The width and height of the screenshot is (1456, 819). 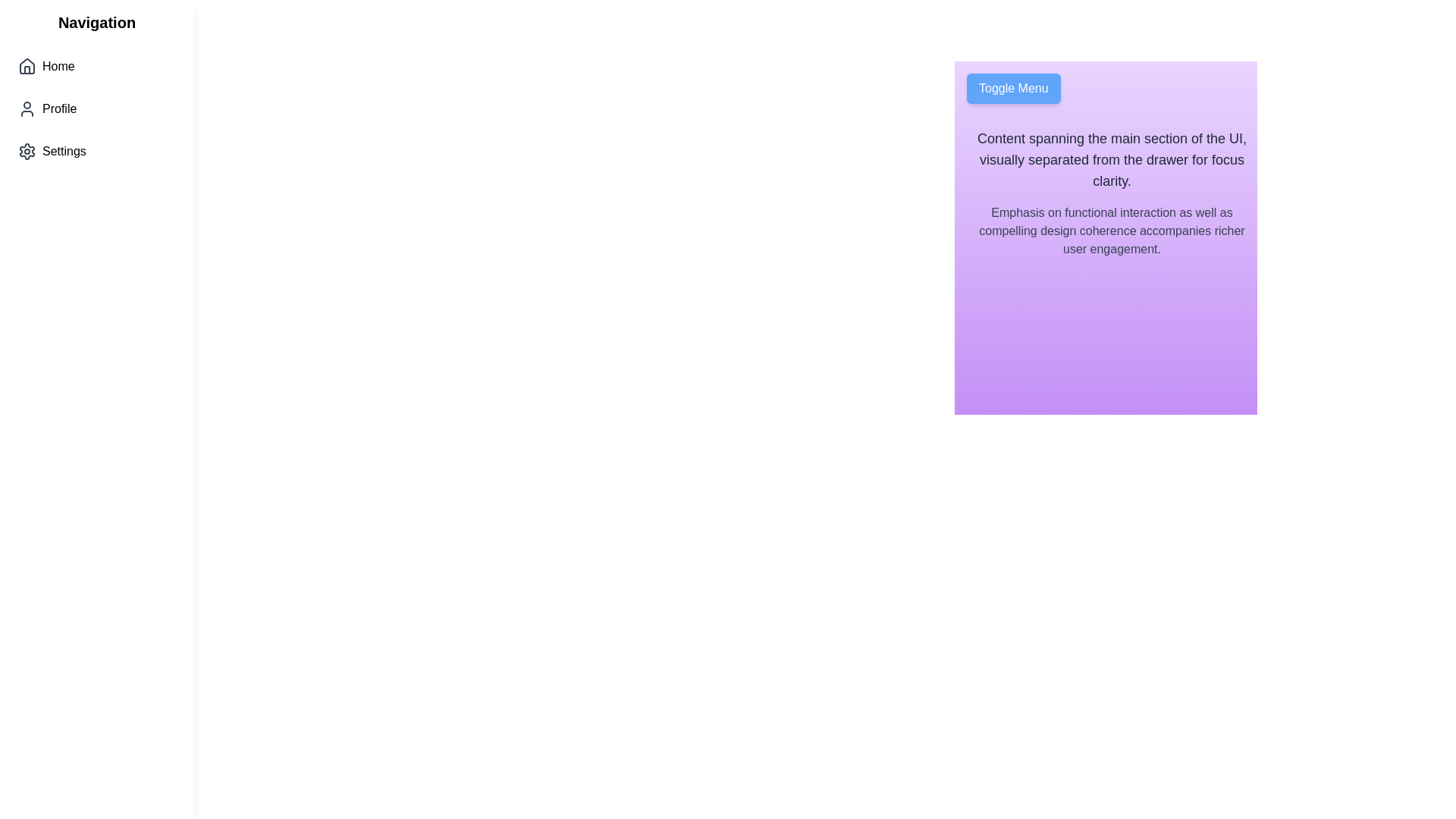 I want to click on 'Home' icon located in the left navigation menu, which is positioned to the left of the 'Home' label, so click(x=27, y=66).